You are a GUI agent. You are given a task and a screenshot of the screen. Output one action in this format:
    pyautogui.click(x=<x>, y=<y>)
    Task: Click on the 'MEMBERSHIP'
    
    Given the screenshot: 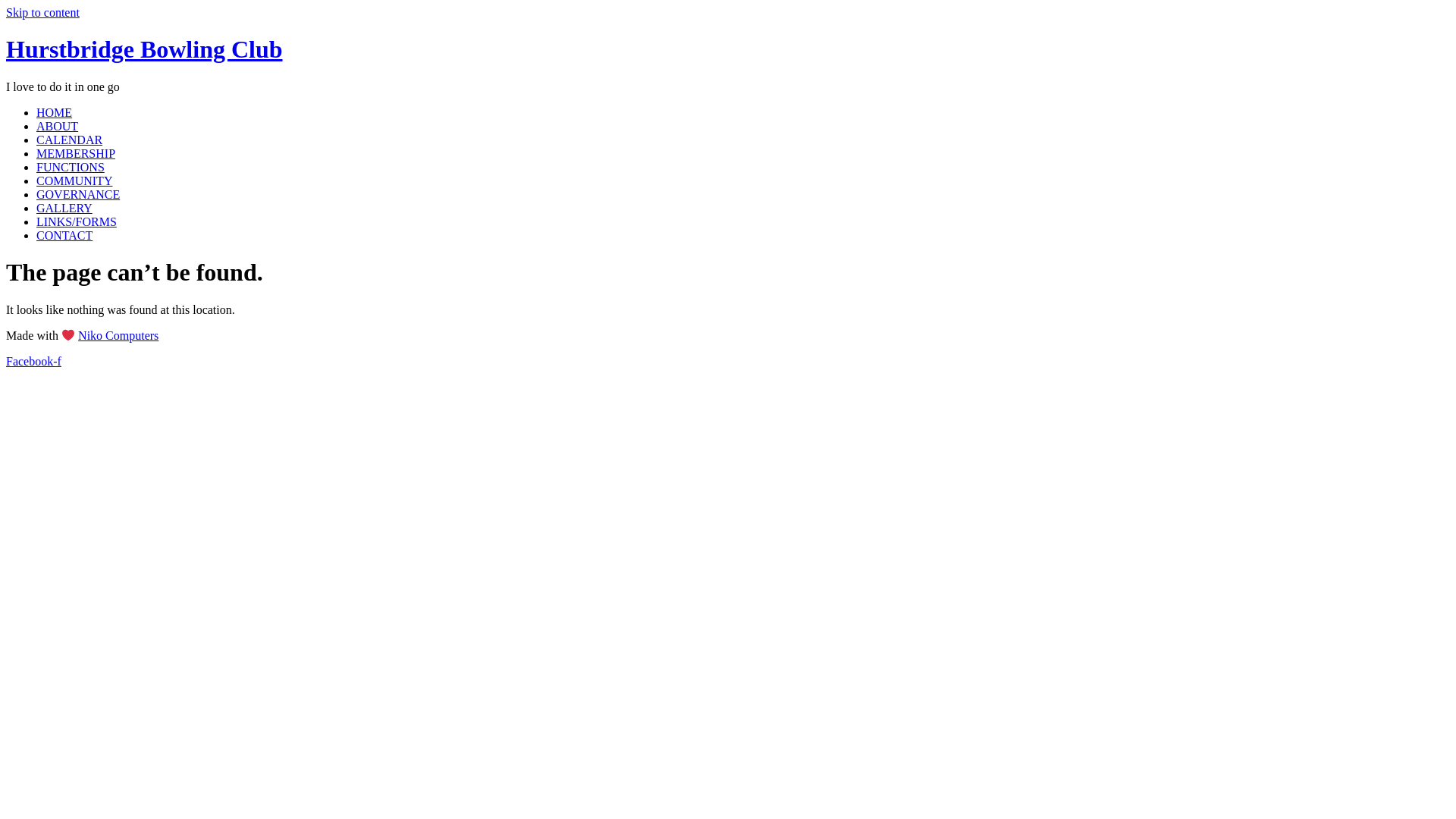 What is the action you would take?
    pyautogui.click(x=36, y=153)
    